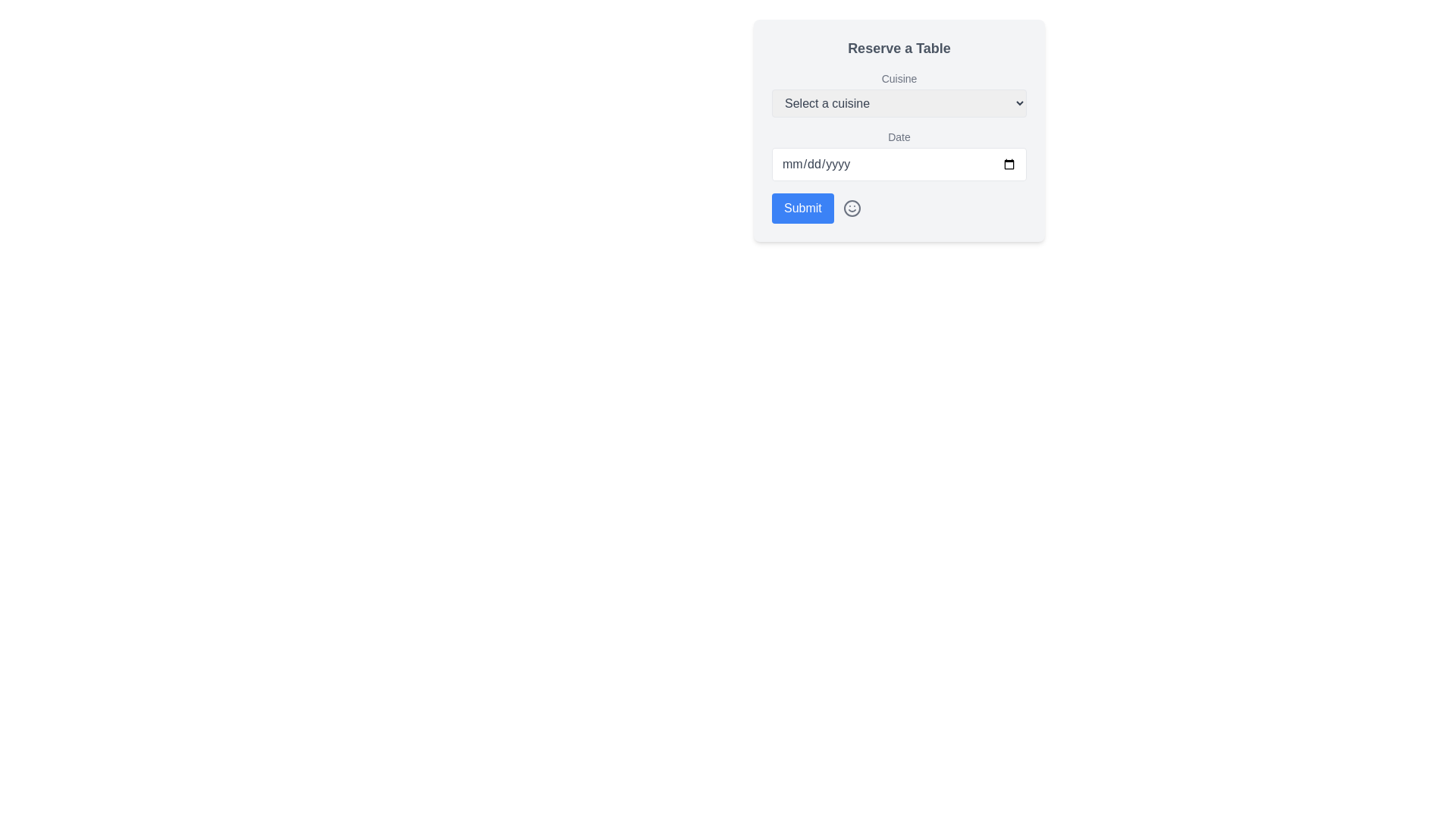 This screenshot has height=819, width=1456. What do you see at coordinates (899, 79) in the screenshot?
I see `the 'Cuisine' label that displays the word 'Cuisine' in smaller gray font, located above the dropdown menu labeled 'Select a cuisine' in the 'Reserve a Table' section` at bounding box center [899, 79].